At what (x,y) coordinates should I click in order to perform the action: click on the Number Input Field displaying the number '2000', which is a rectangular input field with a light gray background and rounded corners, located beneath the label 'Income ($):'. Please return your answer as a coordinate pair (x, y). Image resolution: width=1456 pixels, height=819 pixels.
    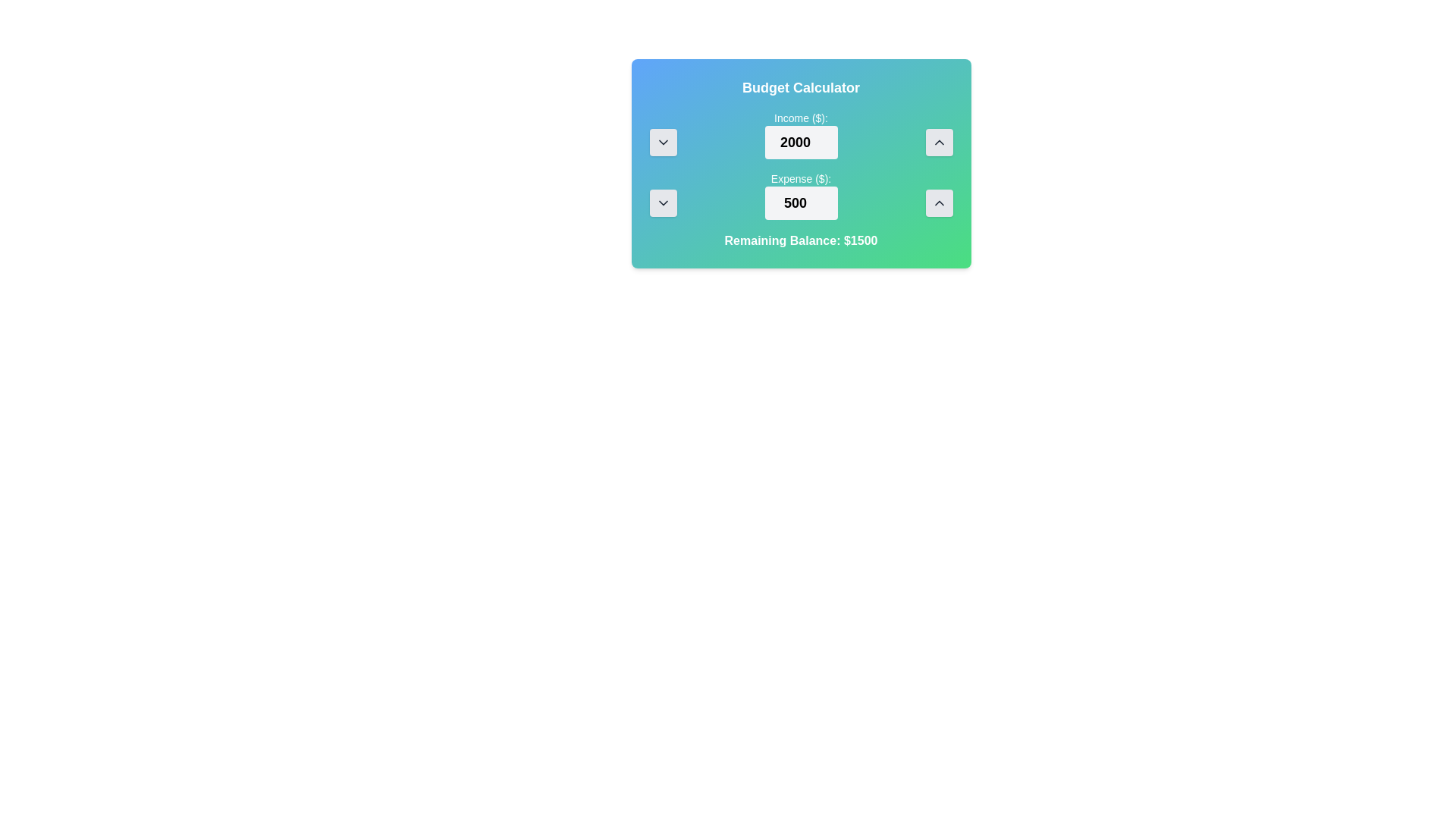
    Looking at the image, I should click on (800, 143).